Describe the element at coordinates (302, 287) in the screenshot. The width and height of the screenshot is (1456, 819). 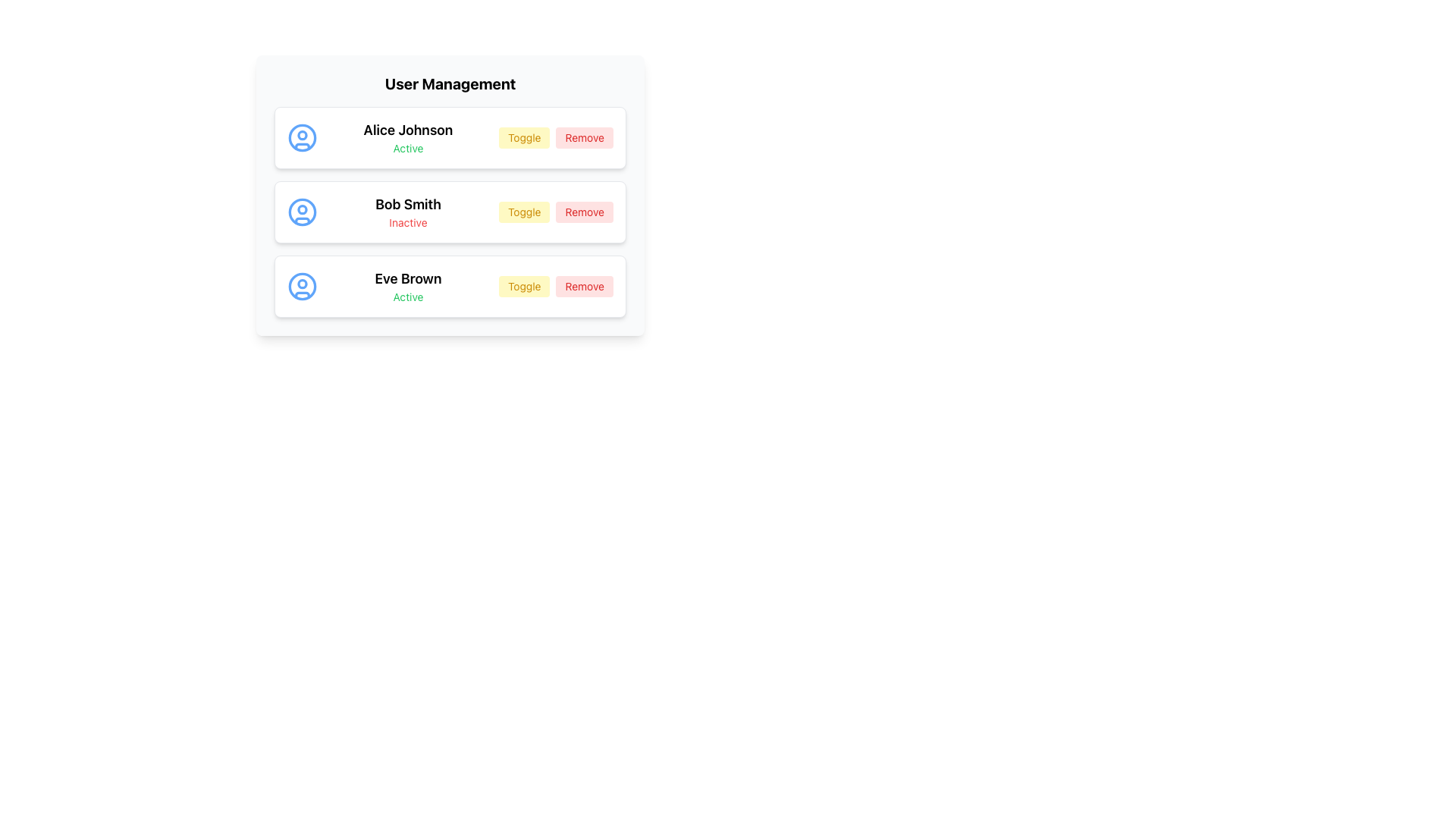
I see `the outermost circle of the user profile icon for 'Eve Brown' in the 'User Management' section` at that location.